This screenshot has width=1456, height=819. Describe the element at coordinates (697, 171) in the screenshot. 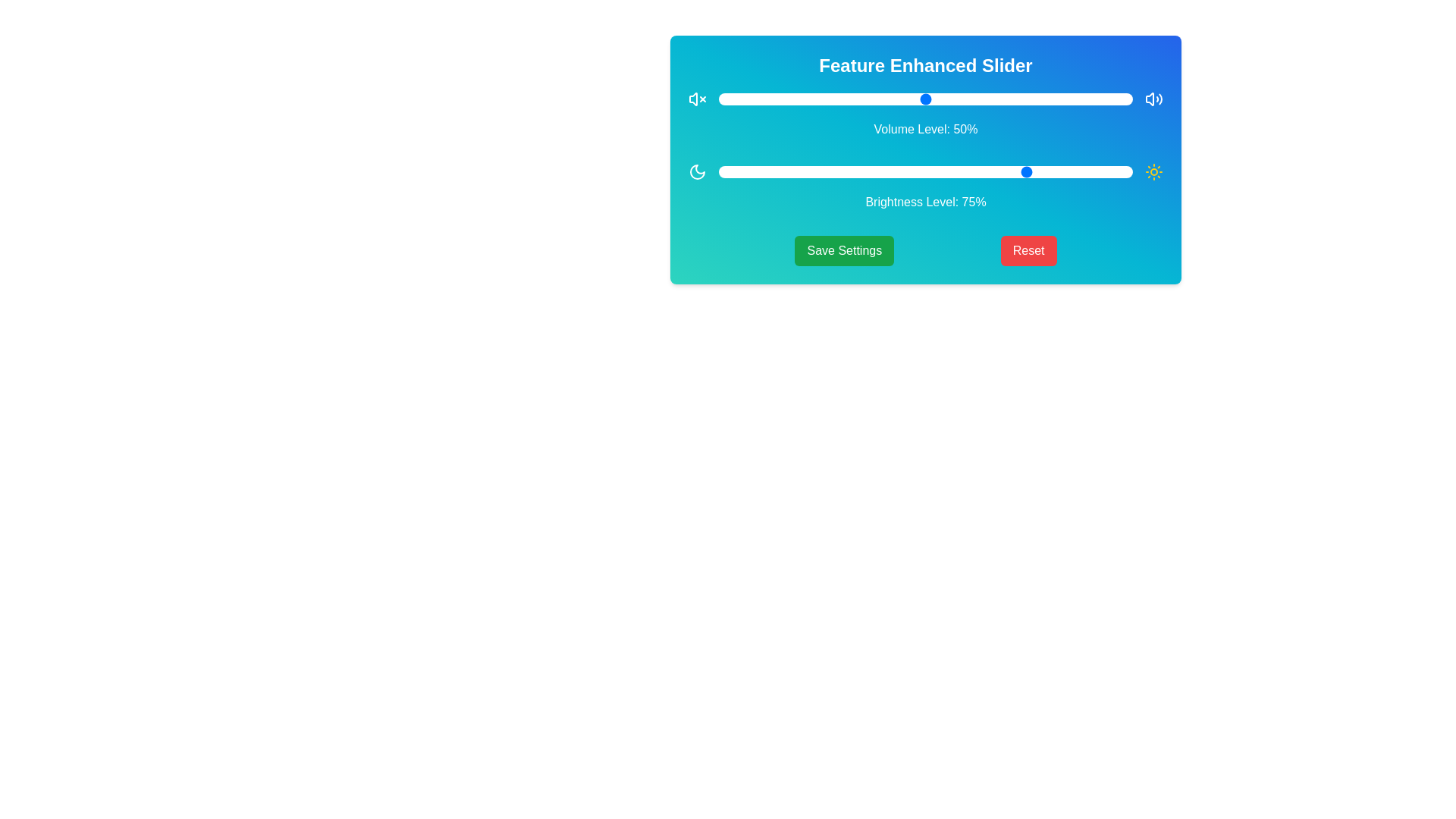

I see `the graphical SVG icon representing night mode or brightness controls, located to the left of the 'Brightness Level: 75%' slider` at that location.